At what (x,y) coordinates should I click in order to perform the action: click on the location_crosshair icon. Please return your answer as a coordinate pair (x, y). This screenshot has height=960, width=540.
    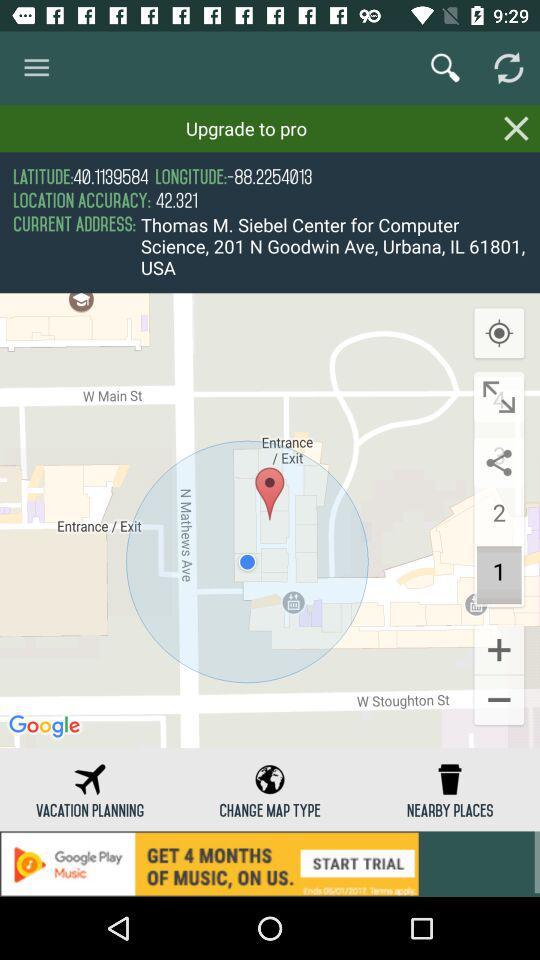
    Looking at the image, I should click on (498, 333).